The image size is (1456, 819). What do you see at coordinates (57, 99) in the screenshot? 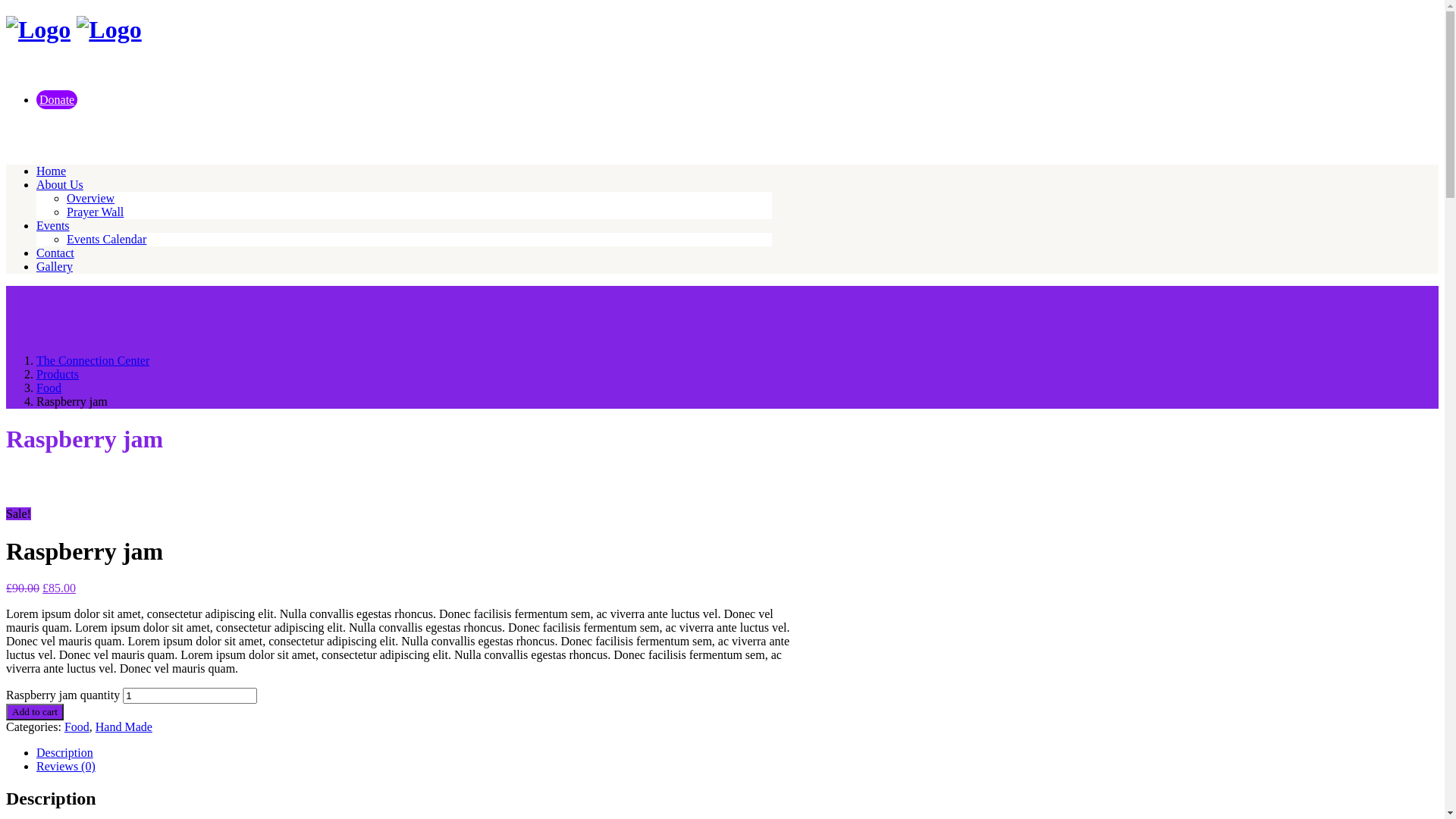
I see `'Donate'` at bounding box center [57, 99].